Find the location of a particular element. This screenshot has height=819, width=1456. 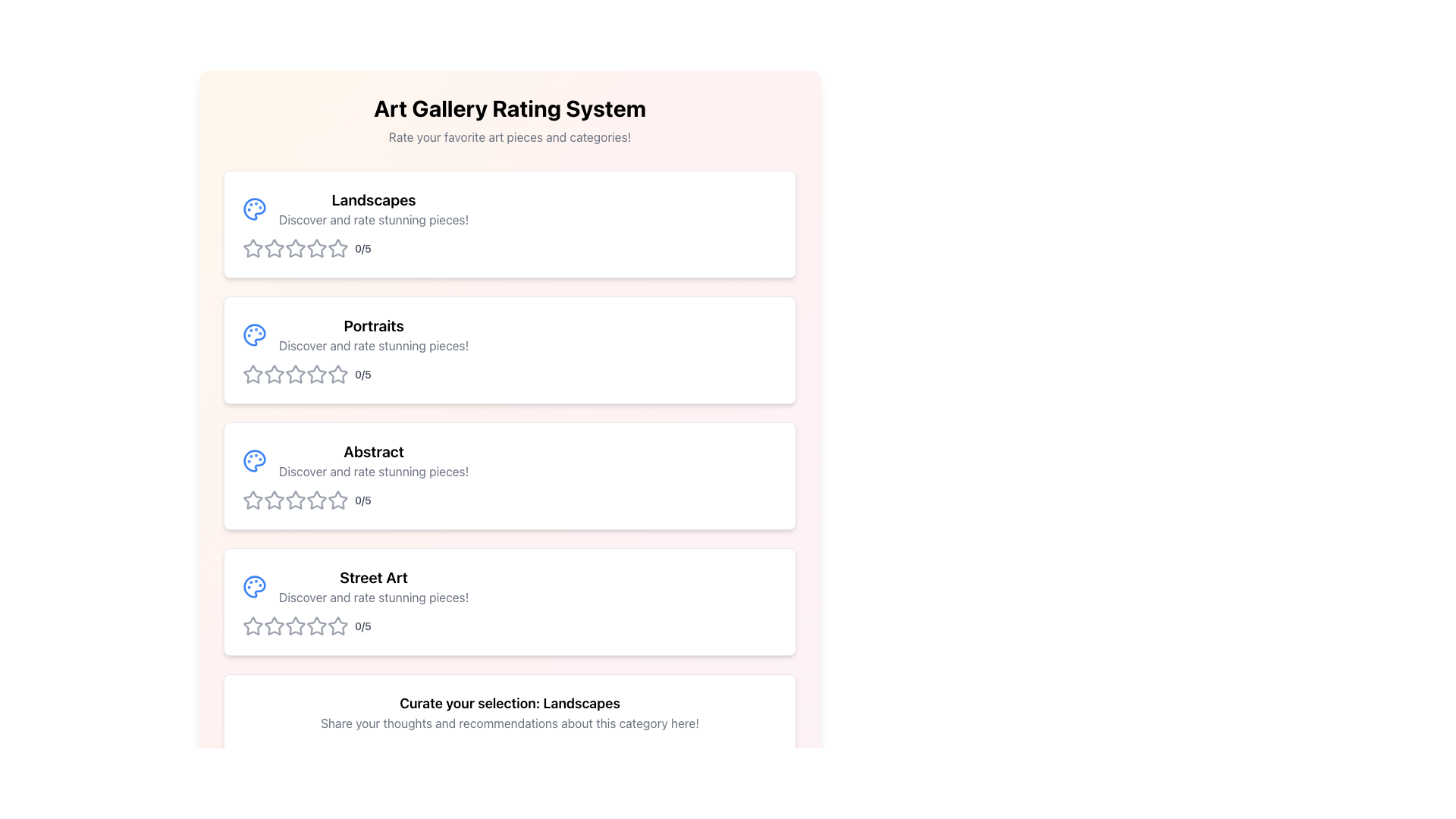

the informative element representing the category 'Street Art', located in the fourth card of the vertical list, positioned between the 'Abstract' card and the 'Curate your selection: Landscapes' section is located at coordinates (510, 586).